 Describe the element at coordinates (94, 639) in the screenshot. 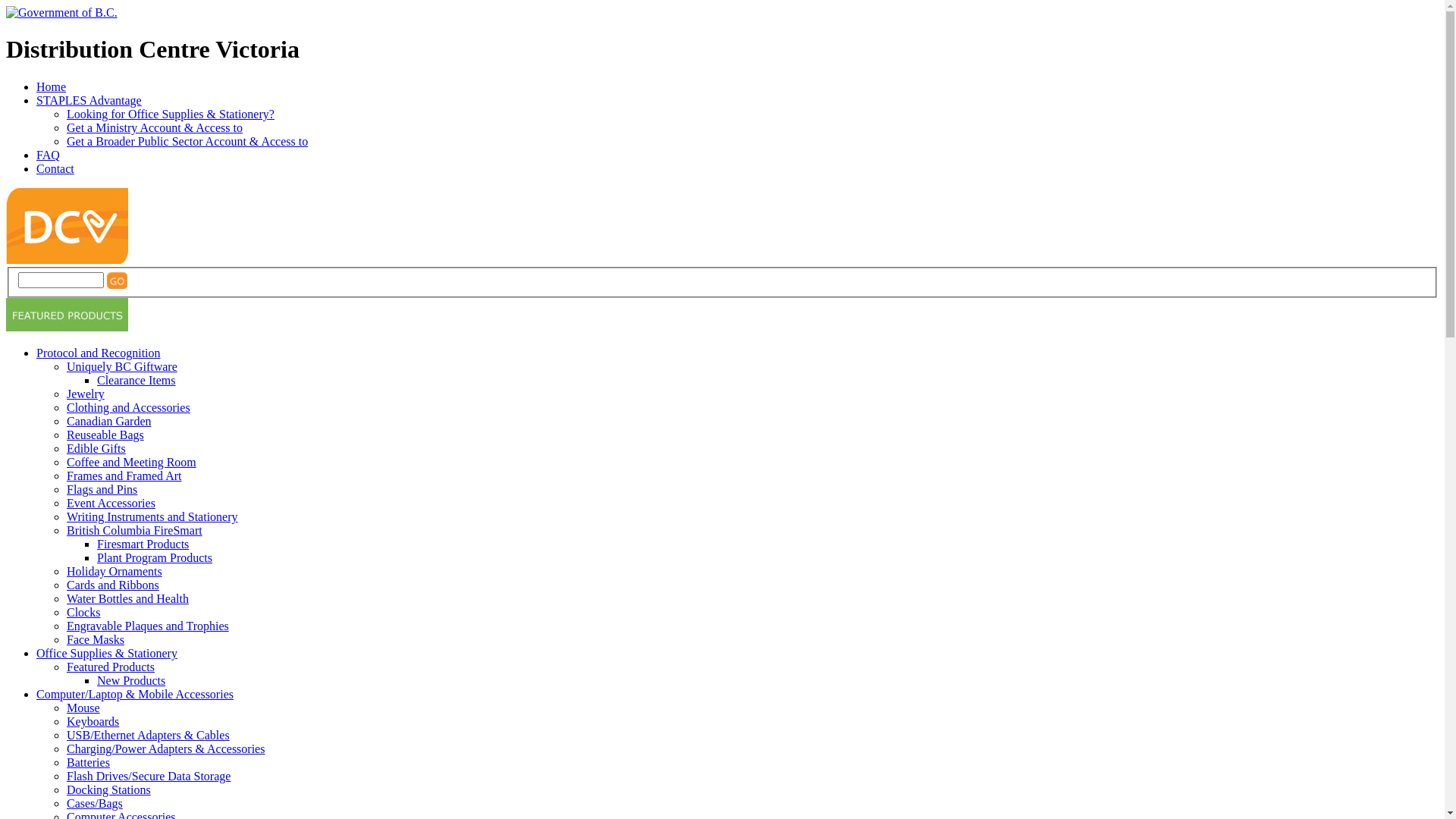

I see `'Face Masks'` at that location.